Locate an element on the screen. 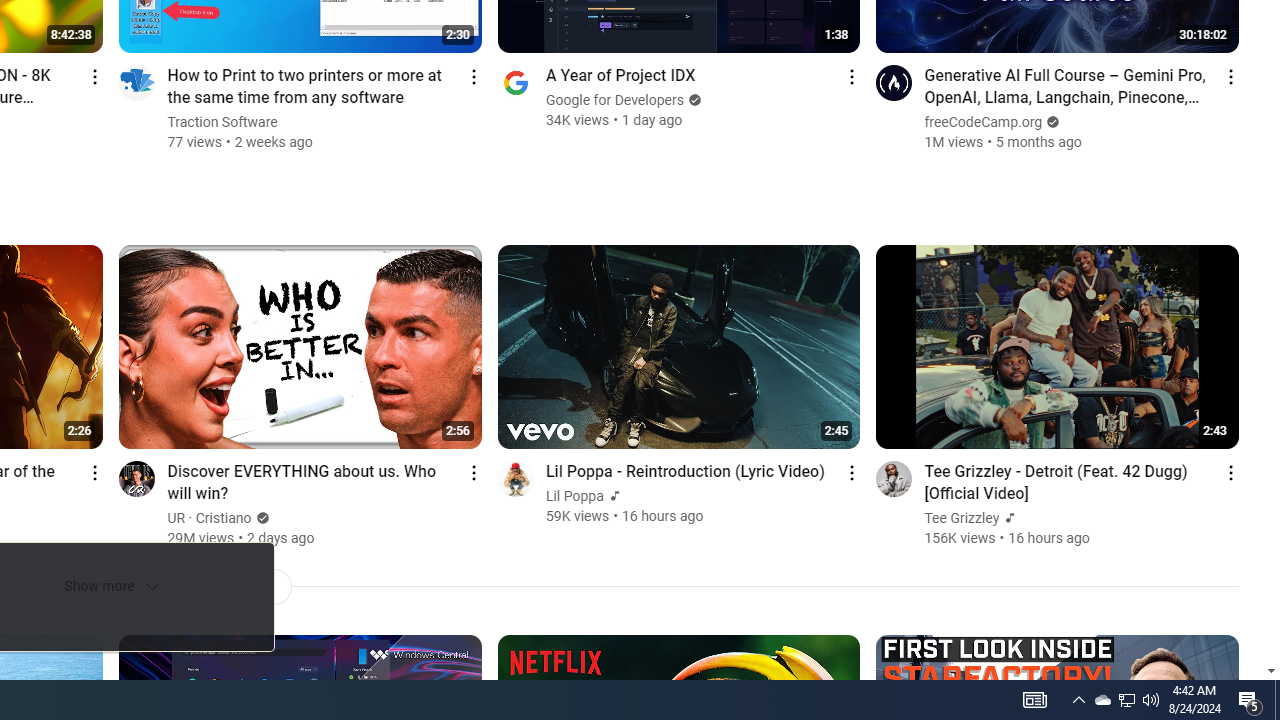 The width and height of the screenshot is (1280, 720). 'Go to channel' is located at coordinates (893, 478).